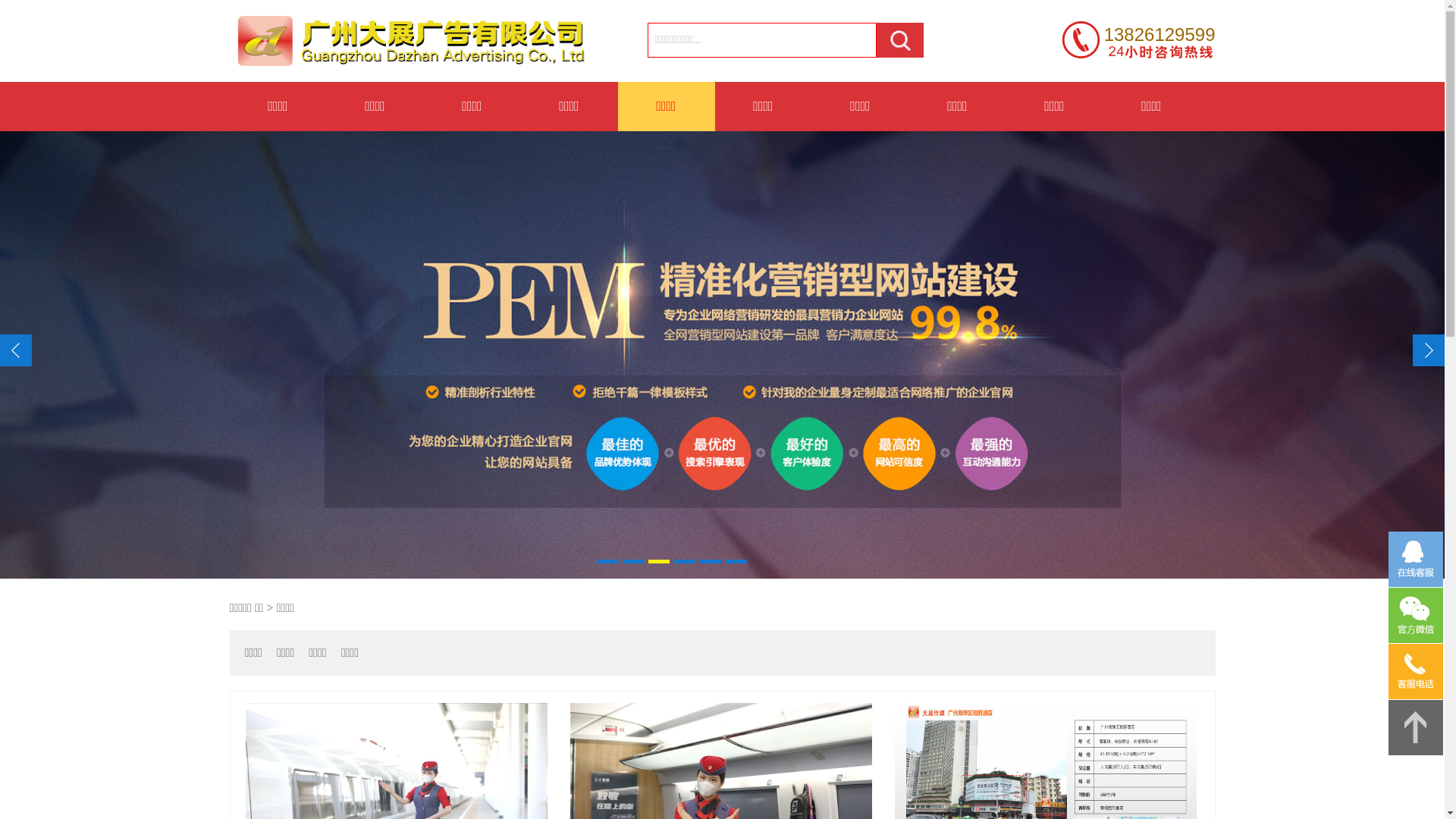 This screenshot has width=1456, height=819. I want to click on '2', so click(633, 561).